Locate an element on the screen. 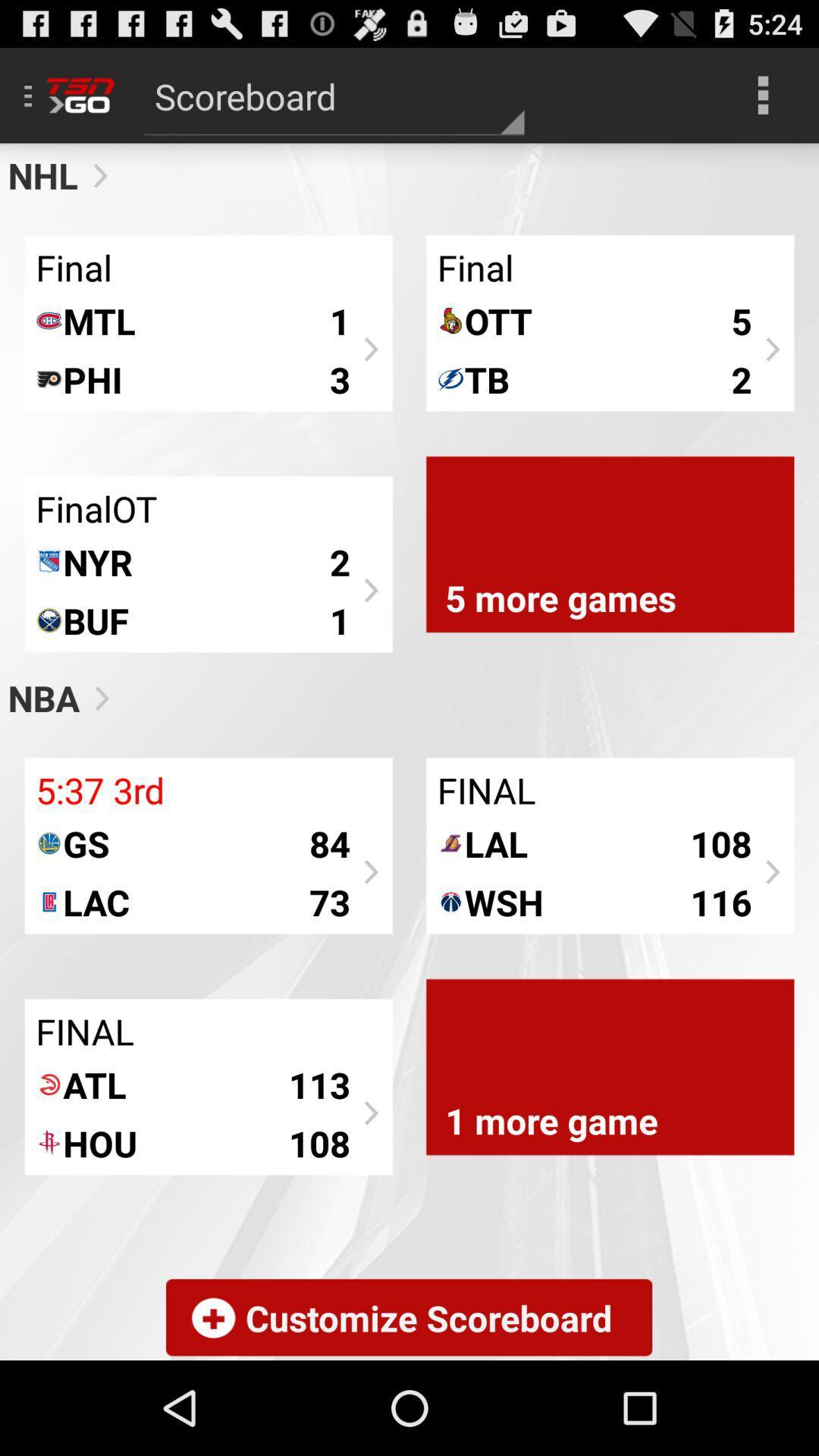 The image size is (819, 1456). item to the right of scoreboard is located at coordinates (763, 94).